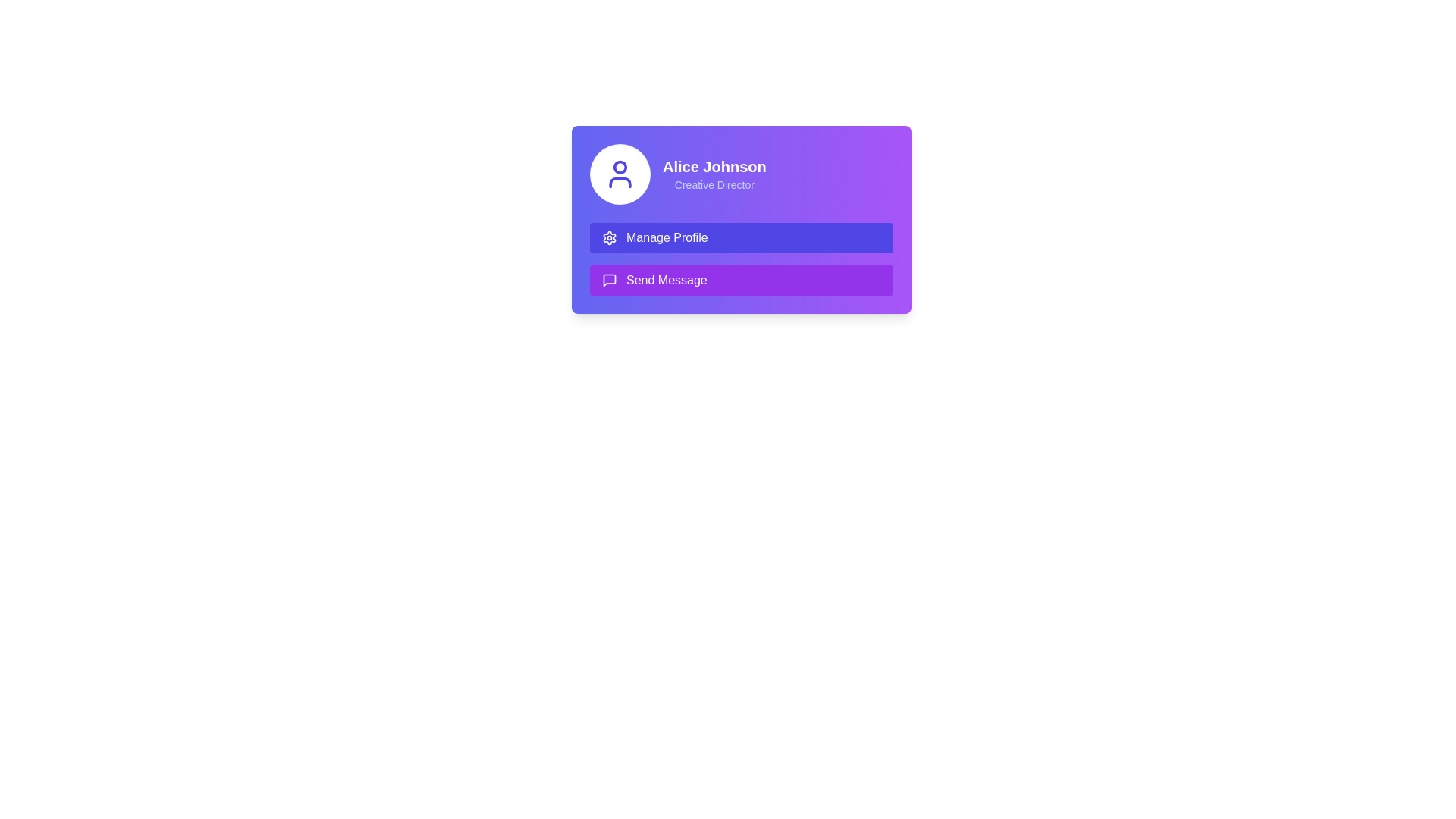 Image resolution: width=1456 pixels, height=819 pixels. I want to click on the button located below the 'Manage Profile' button, so click(742, 281).